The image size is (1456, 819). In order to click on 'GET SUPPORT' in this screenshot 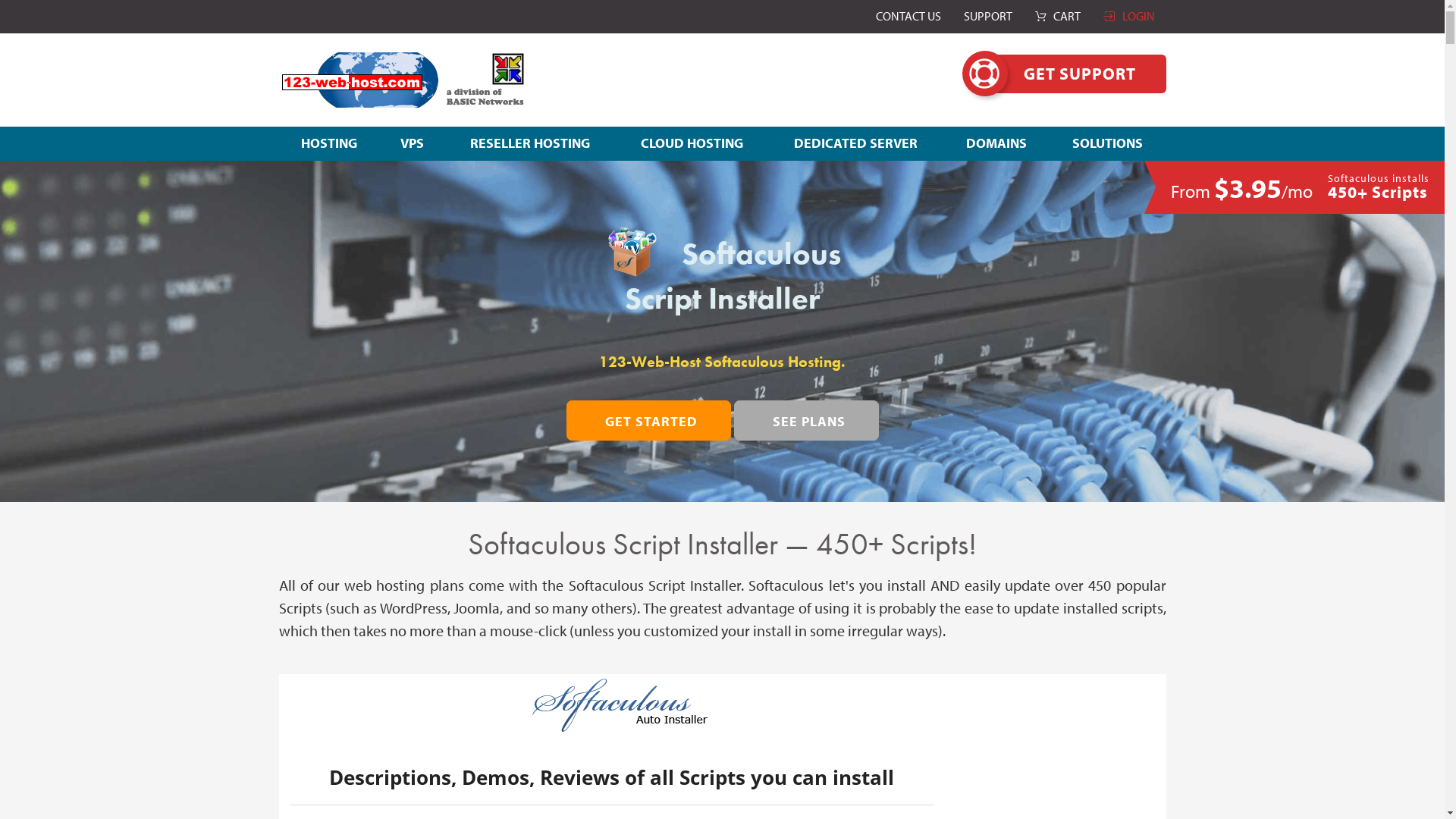, I will do `click(1079, 74)`.